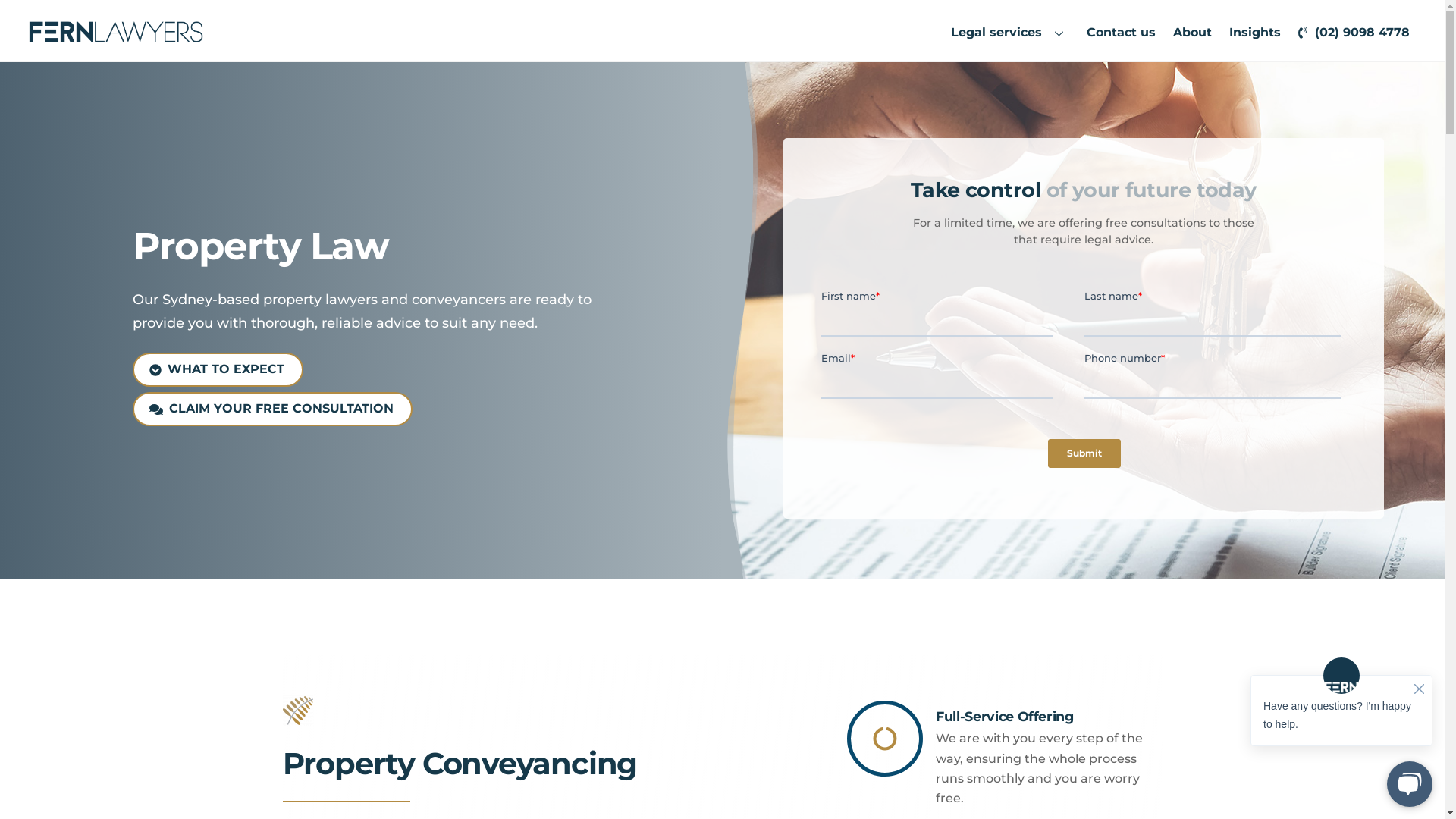 The width and height of the screenshot is (1456, 819). What do you see at coordinates (1164, 32) in the screenshot?
I see `'About'` at bounding box center [1164, 32].